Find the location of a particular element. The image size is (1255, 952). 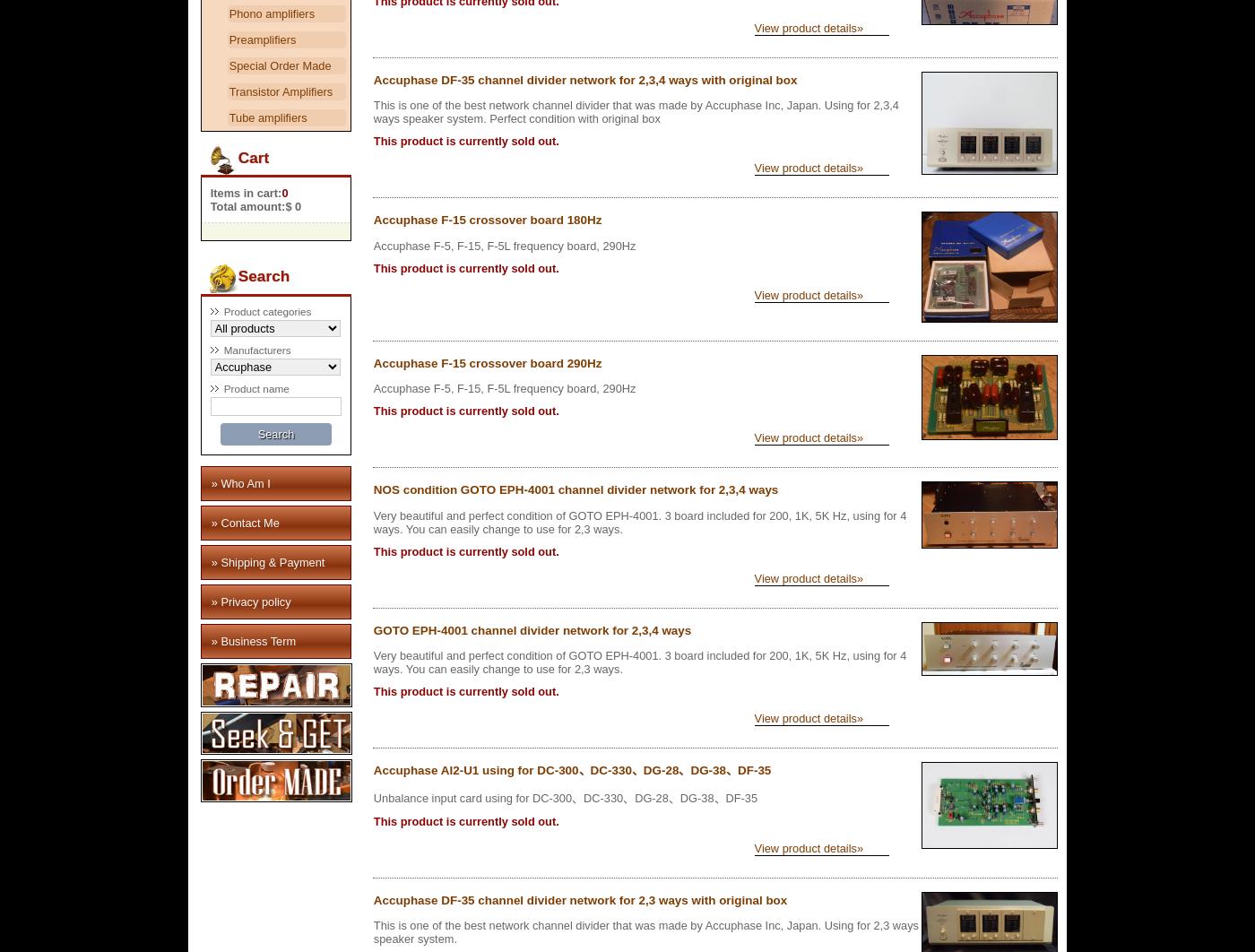

'Accuphase DF-35 channel divider network for 2,3 ways with original box' is located at coordinates (372, 898).